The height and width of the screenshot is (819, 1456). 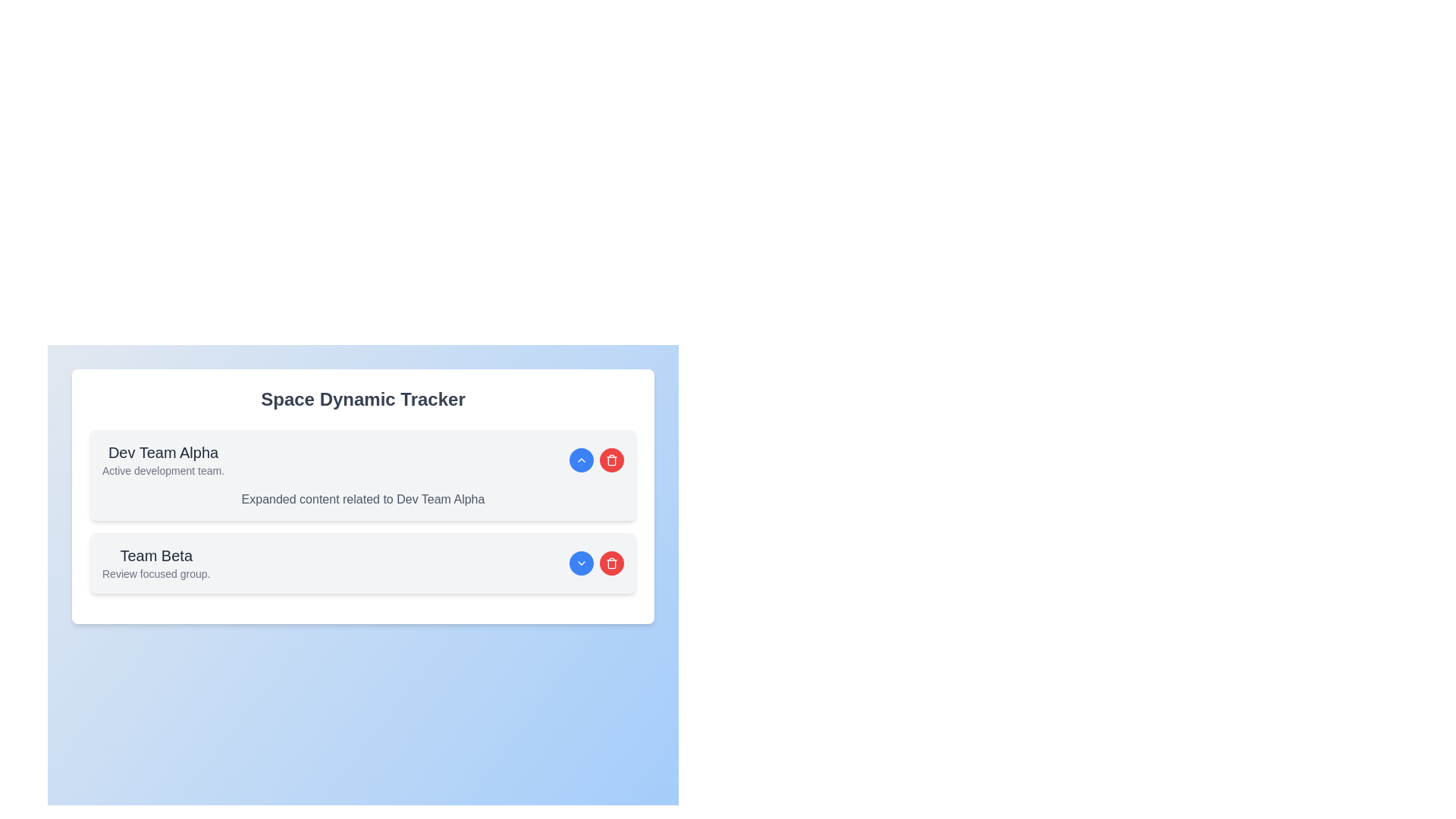 I want to click on the toggle button for 'Team Beta' located in the lower region of the interface, so click(x=581, y=563).